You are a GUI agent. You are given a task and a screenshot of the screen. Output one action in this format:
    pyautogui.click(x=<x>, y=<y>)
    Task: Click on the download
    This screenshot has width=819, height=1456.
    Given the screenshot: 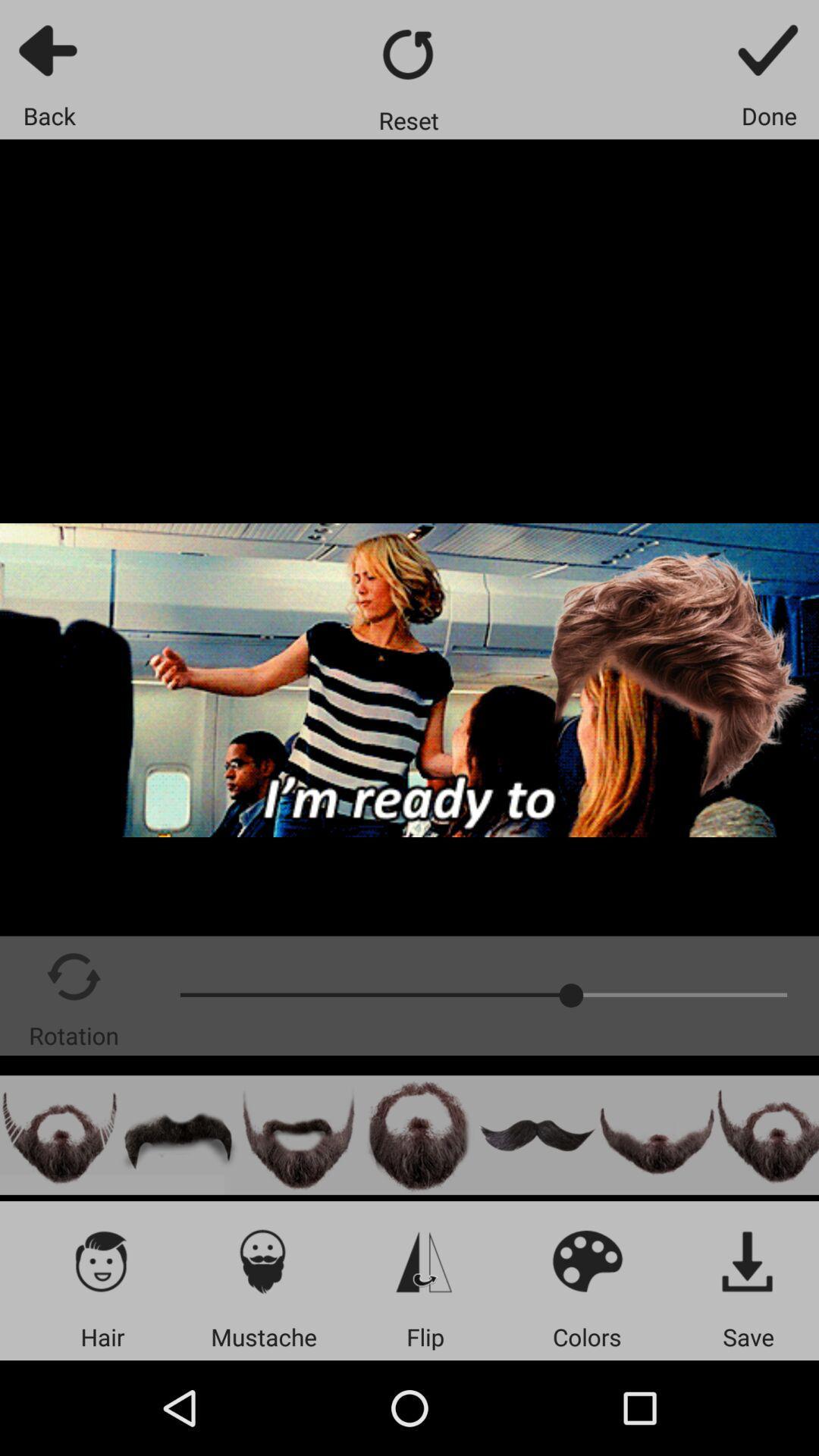 What is the action you would take?
    pyautogui.click(x=748, y=1260)
    